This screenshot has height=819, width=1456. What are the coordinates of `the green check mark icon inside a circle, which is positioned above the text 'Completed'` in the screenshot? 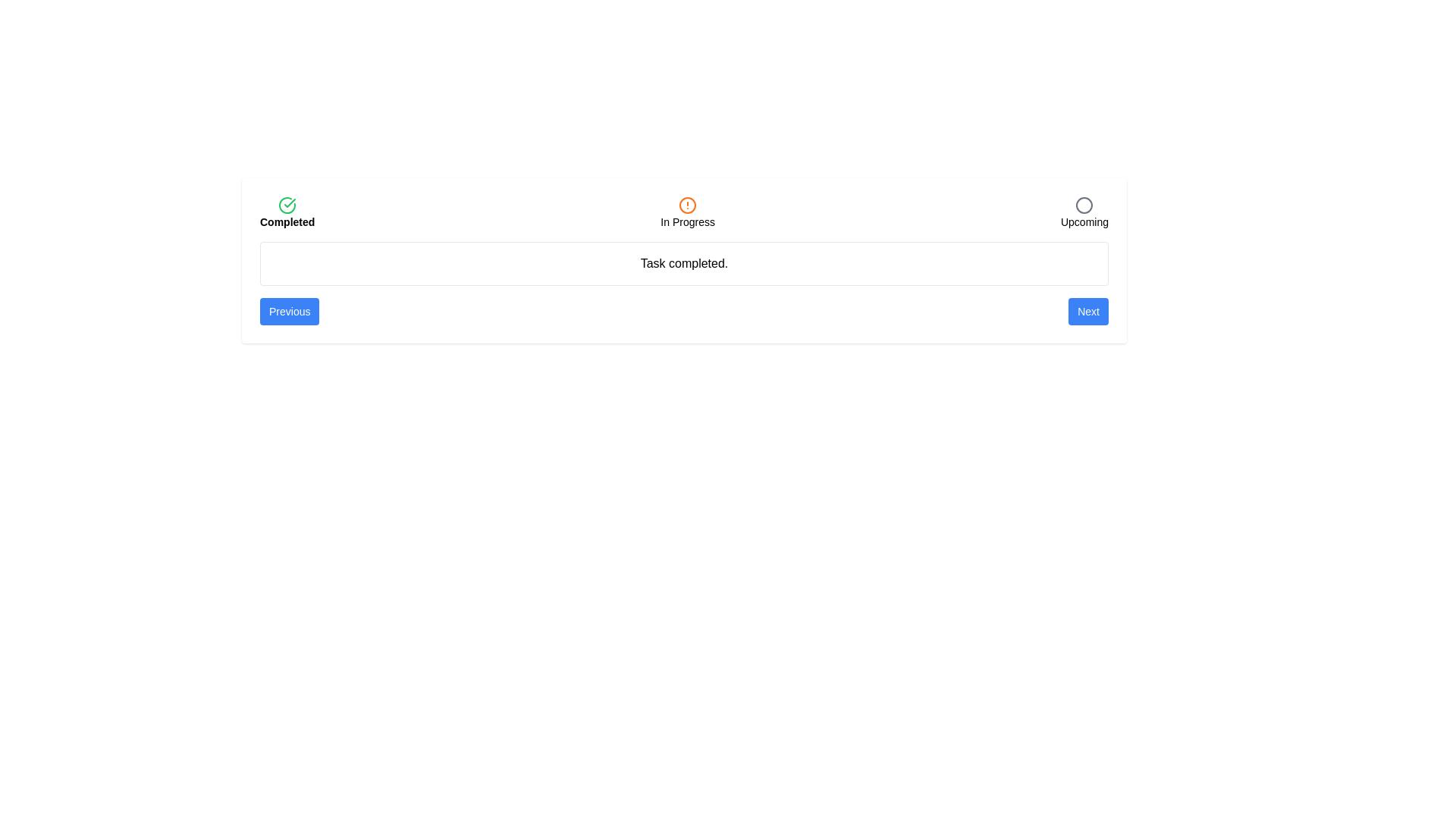 It's located at (287, 205).